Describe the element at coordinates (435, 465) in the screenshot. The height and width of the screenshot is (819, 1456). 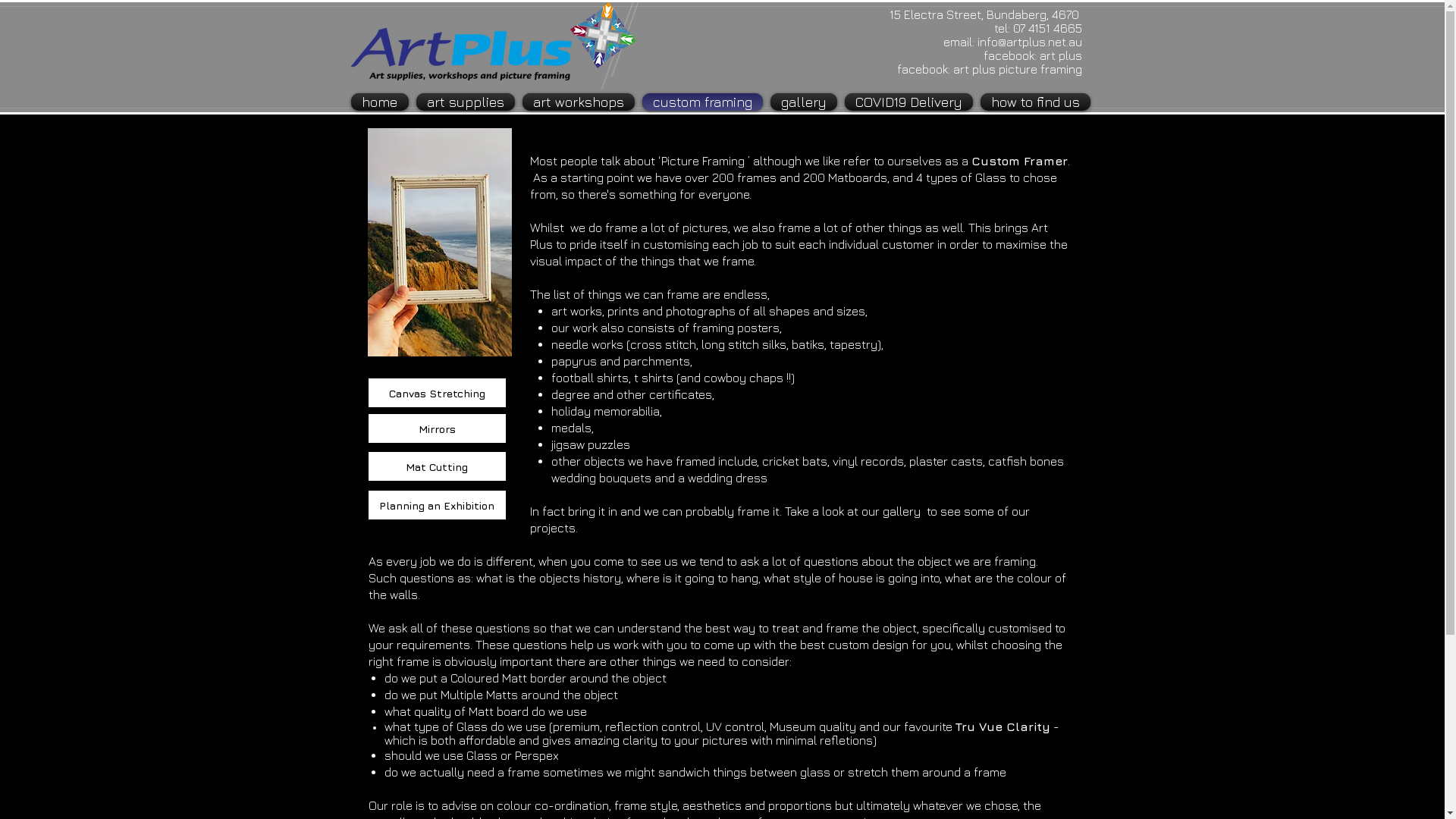
I see `'Mat Cutting'` at that location.